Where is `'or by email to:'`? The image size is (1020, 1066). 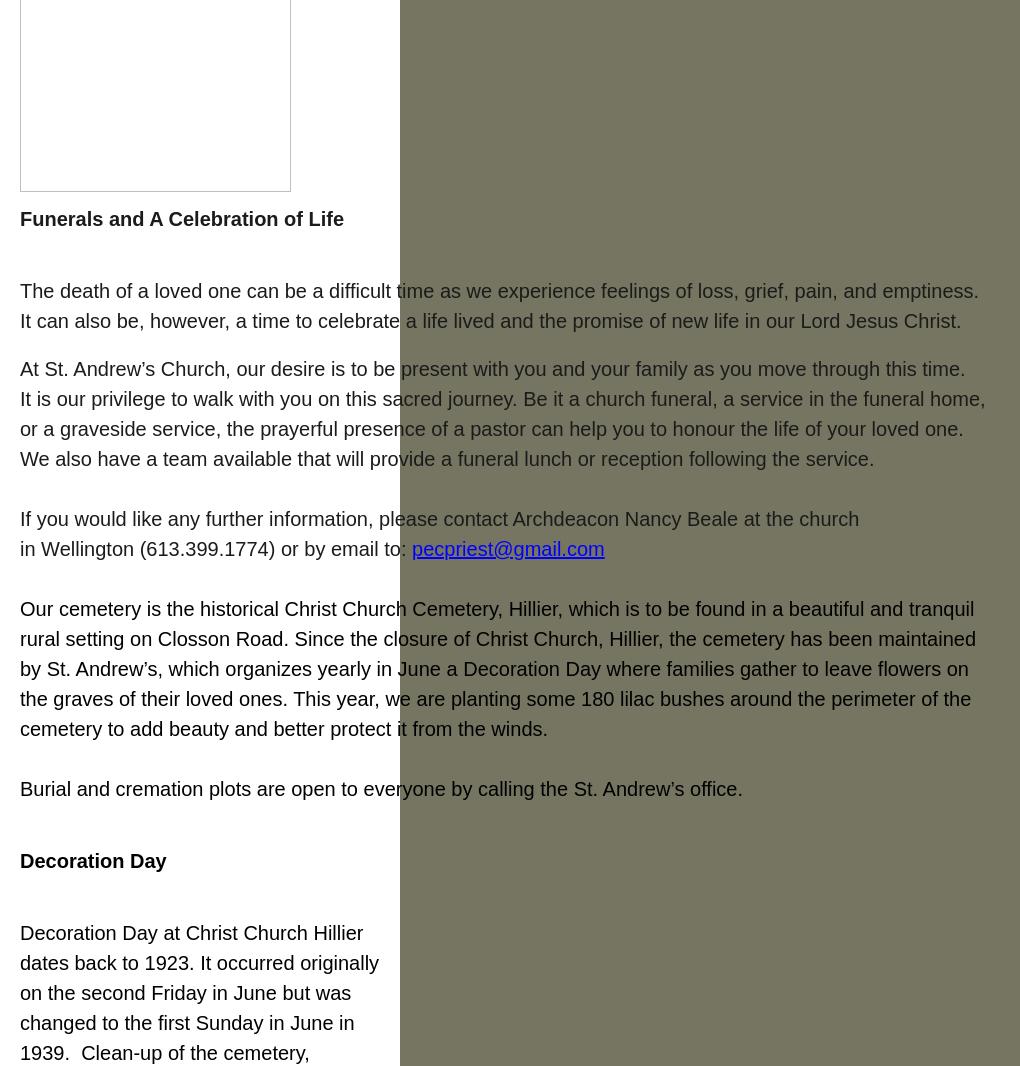
'or by email to:' is located at coordinates (344, 547).